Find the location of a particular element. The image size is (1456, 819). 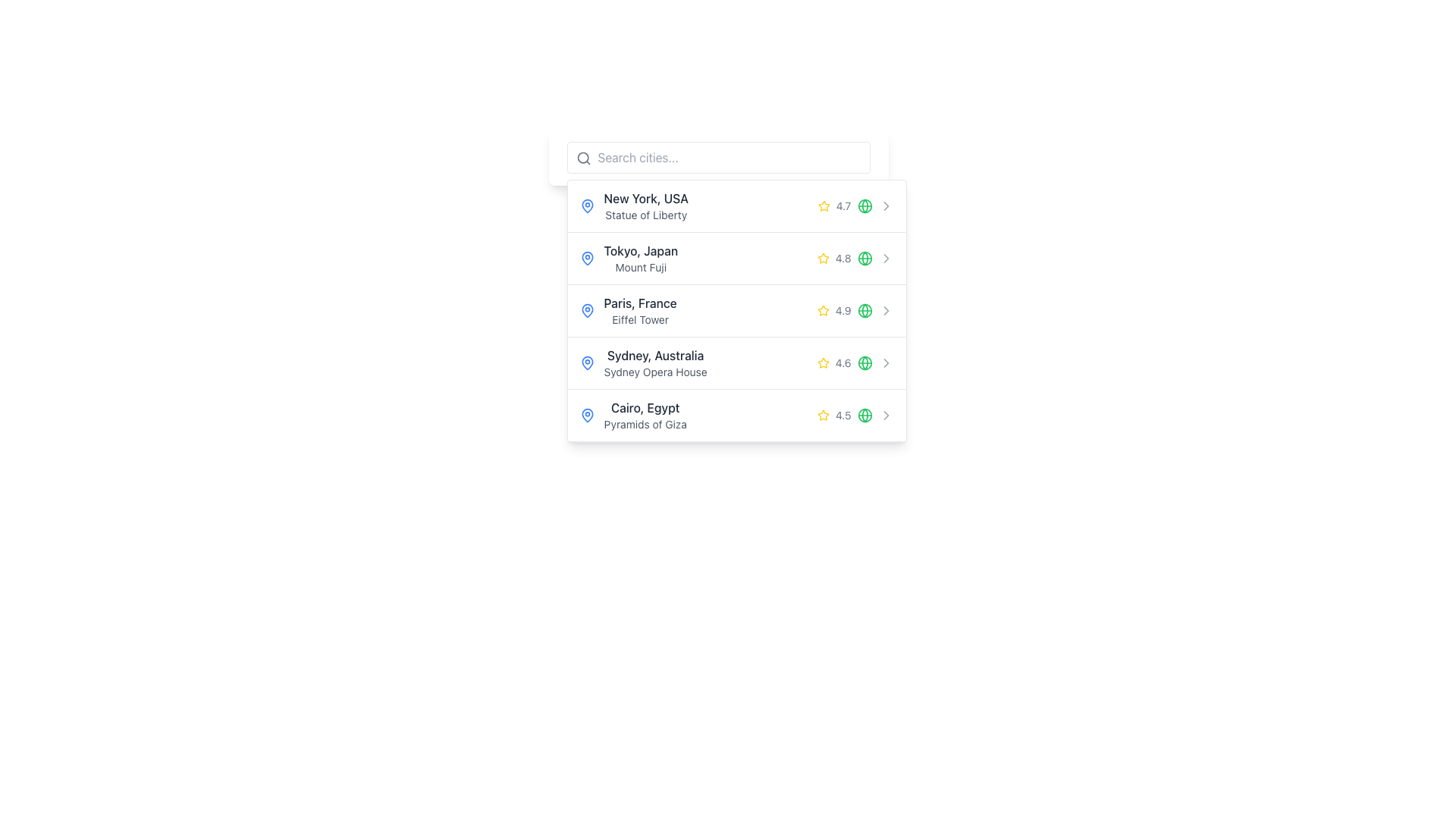

assistive tools is located at coordinates (641, 250).